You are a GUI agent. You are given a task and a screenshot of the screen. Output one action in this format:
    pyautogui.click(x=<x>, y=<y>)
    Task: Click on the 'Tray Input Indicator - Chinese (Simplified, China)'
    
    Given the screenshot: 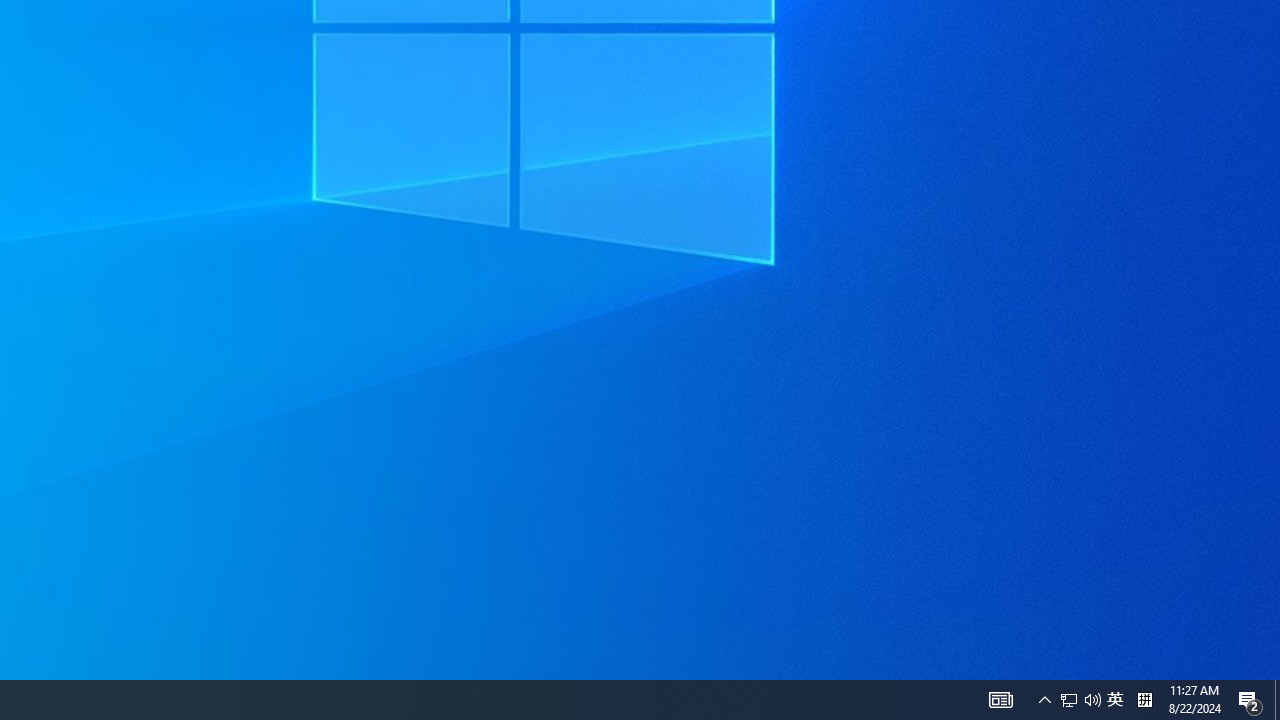 What is the action you would take?
    pyautogui.click(x=1144, y=698)
    